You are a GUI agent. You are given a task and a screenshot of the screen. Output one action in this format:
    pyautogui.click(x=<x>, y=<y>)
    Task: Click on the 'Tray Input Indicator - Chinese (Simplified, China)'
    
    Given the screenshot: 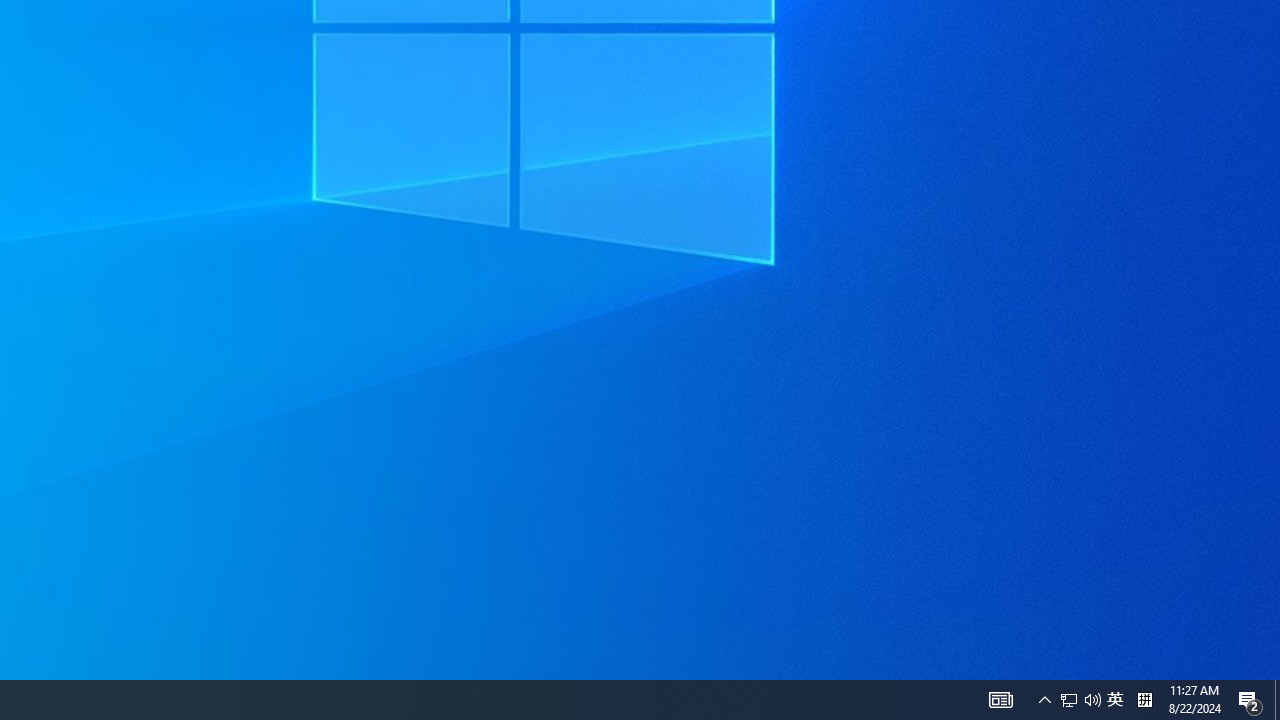 What is the action you would take?
    pyautogui.click(x=1144, y=698)
    